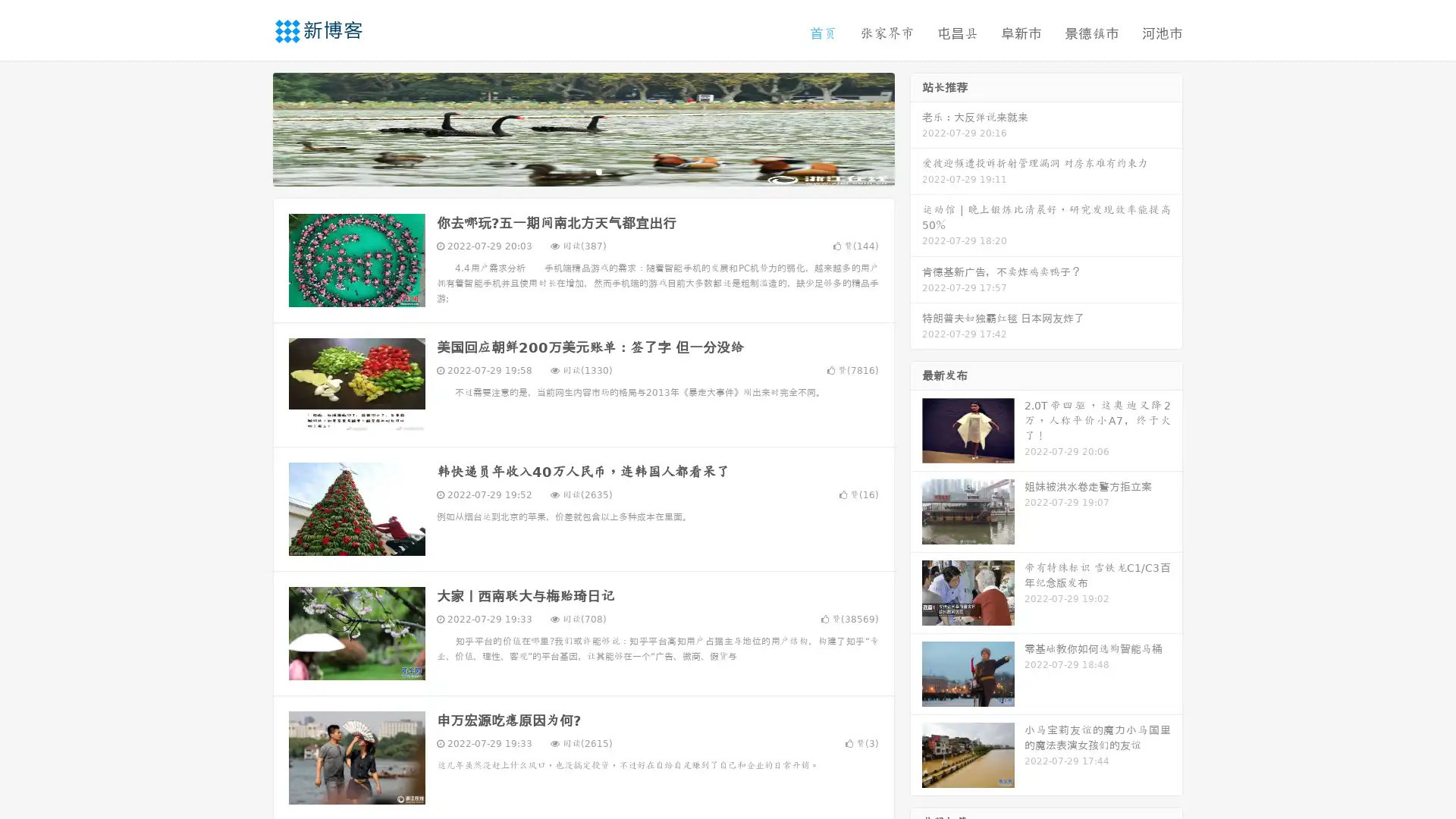  Describe the element at coordinates (916, 127) in the screenshot. I see `Next slide` at that location.